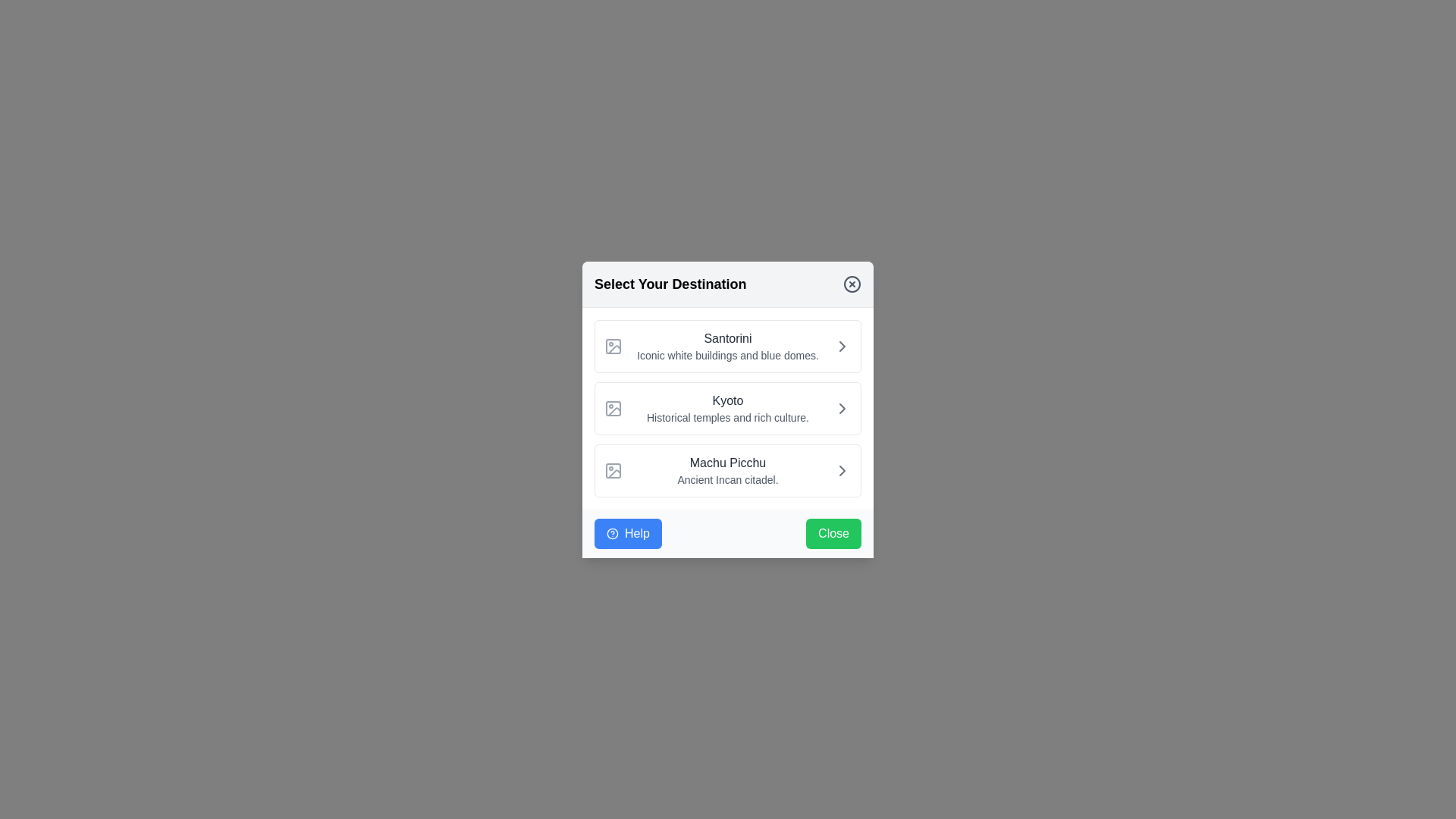 Image resolution: width=1456 pixels, height=819 pixels. Describe the element at coordinates (833, 532) in the screenshot. I see `the 'Close' button to close the dialog` at that location.